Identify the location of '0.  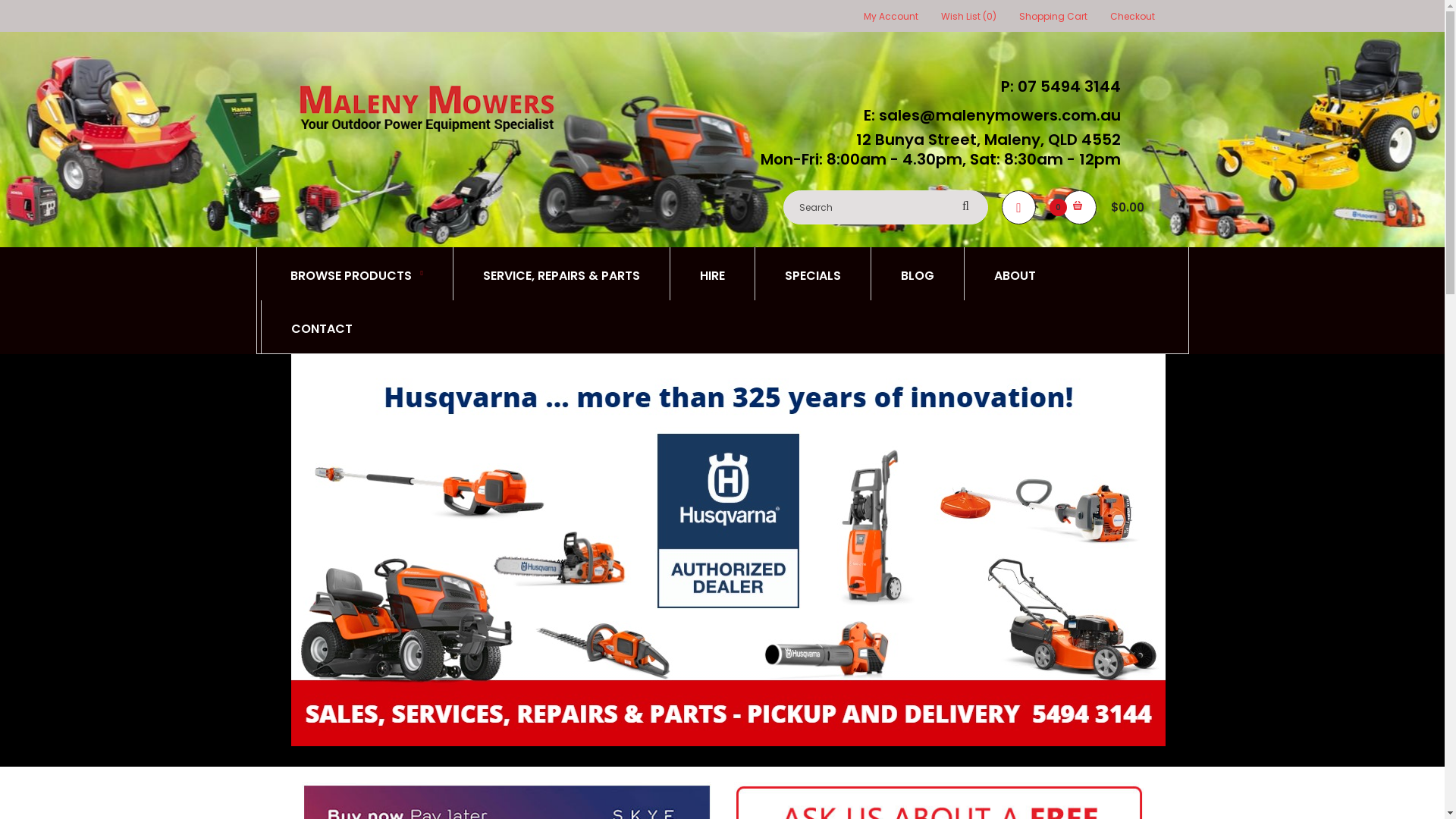
(1109, 207).